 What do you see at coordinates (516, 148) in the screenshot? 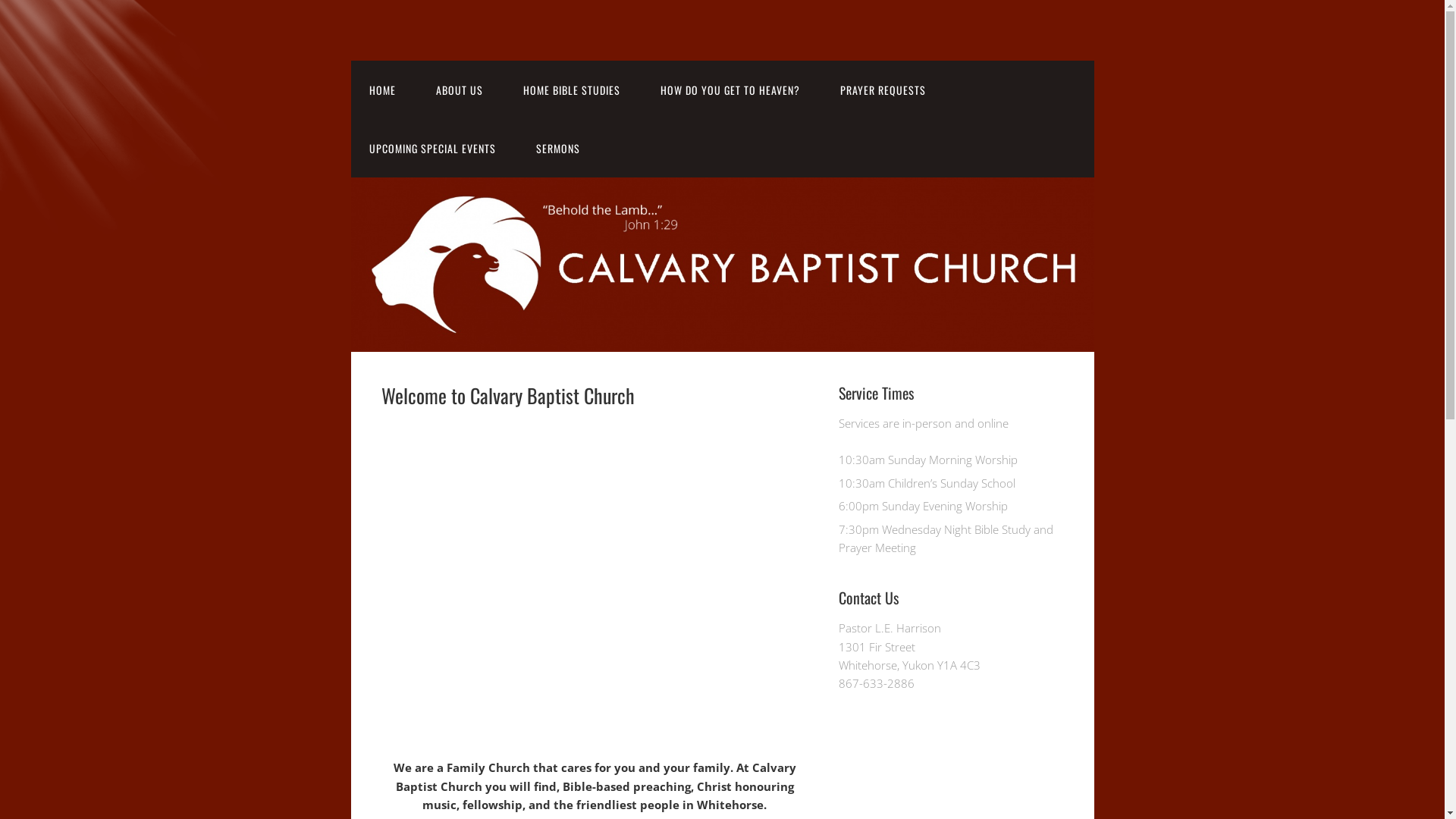
I see `'SERMONS'` at bounding box center [516, 148].